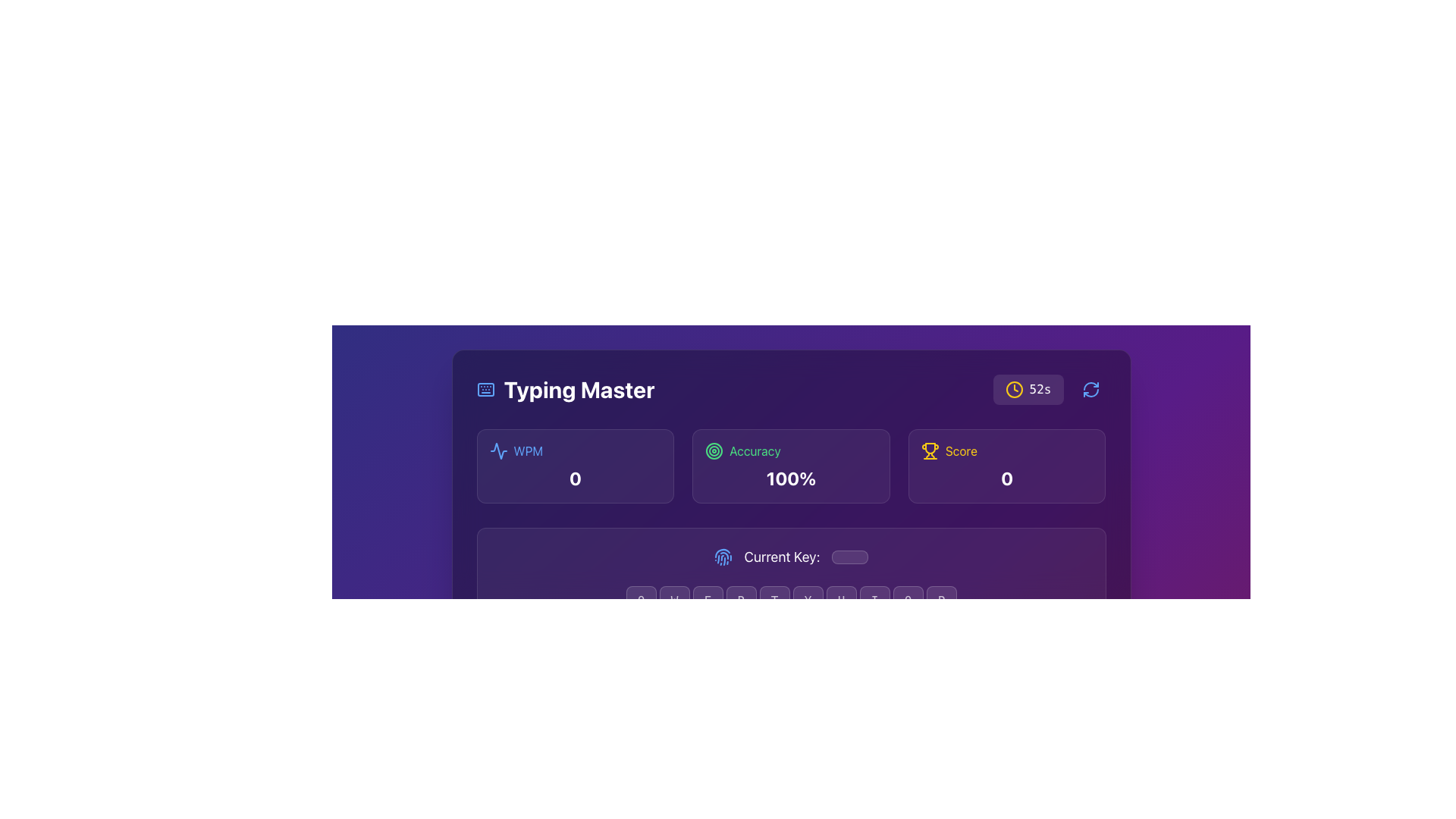 The height and width of the screenshot is (819, 1456). I want to click on the fourth button in the row of letter keys that spell out 'ZXCVBNM', so click(790, 673).